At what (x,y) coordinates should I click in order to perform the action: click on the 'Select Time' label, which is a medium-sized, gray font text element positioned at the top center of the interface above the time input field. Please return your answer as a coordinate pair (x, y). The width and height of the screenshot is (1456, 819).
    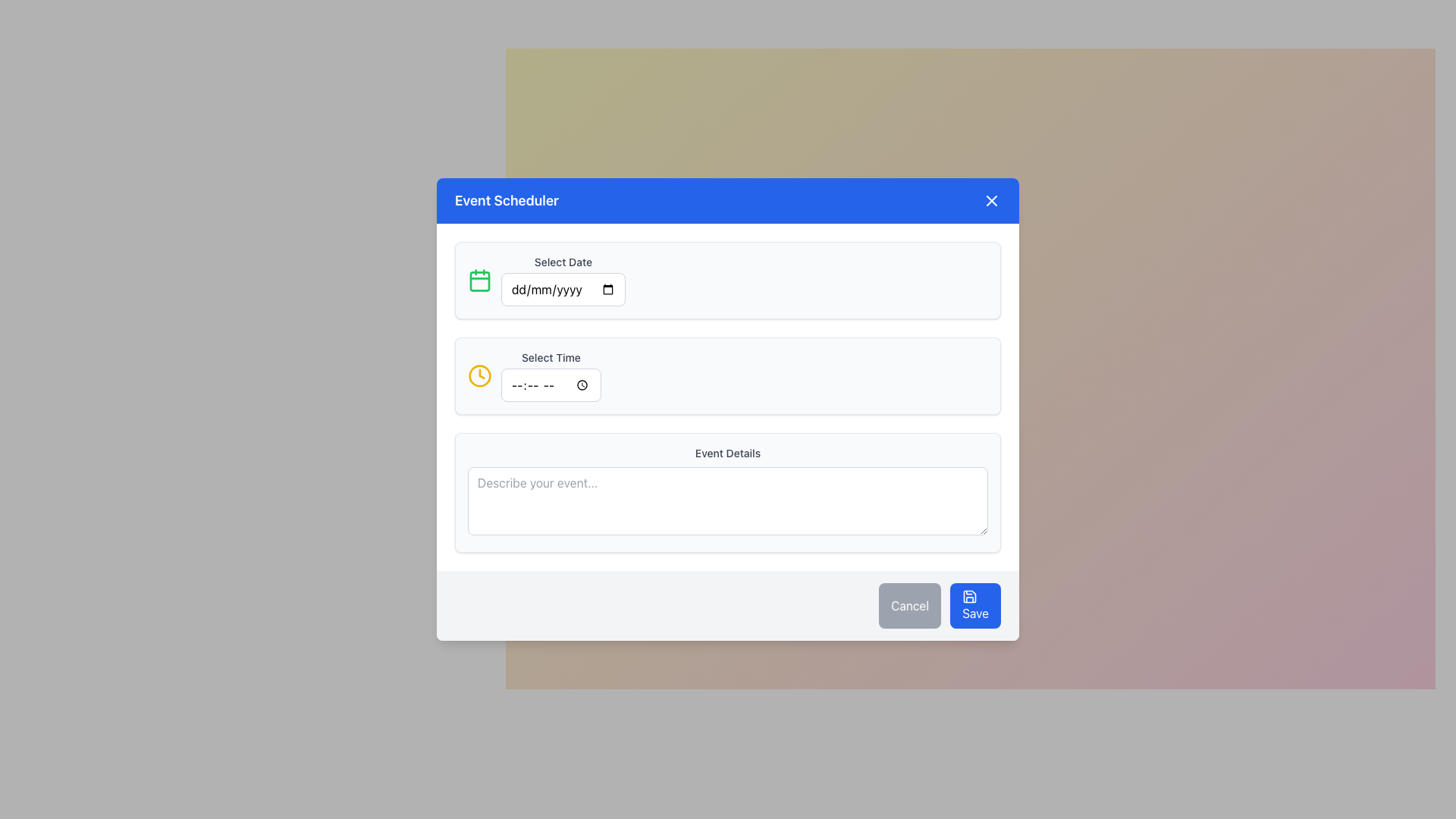
    Looking at the image, I should click on (550, 357).